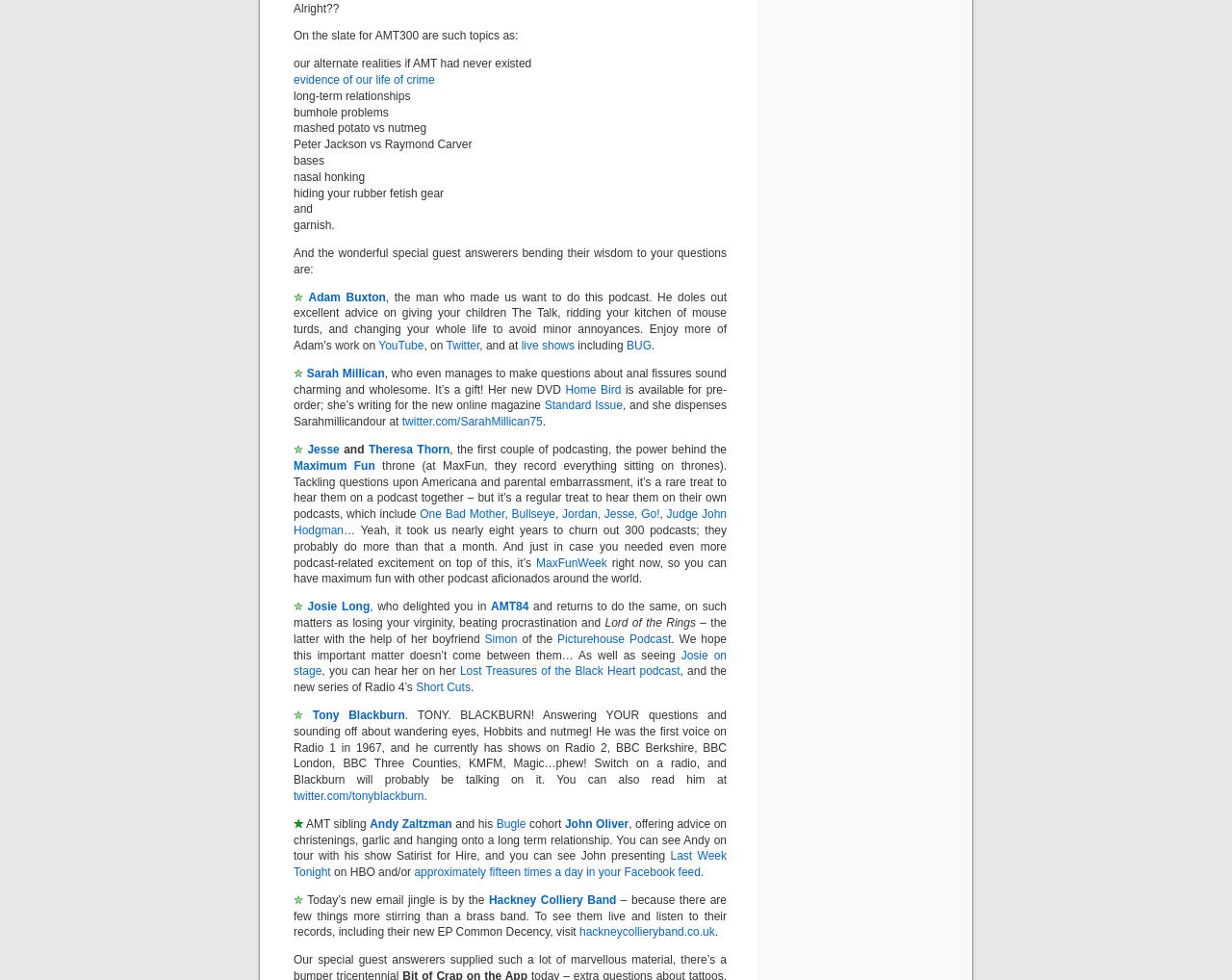  Describe the element at coordinates (595, 822) in the screenshot. I see `'John Oliver'` at that location.